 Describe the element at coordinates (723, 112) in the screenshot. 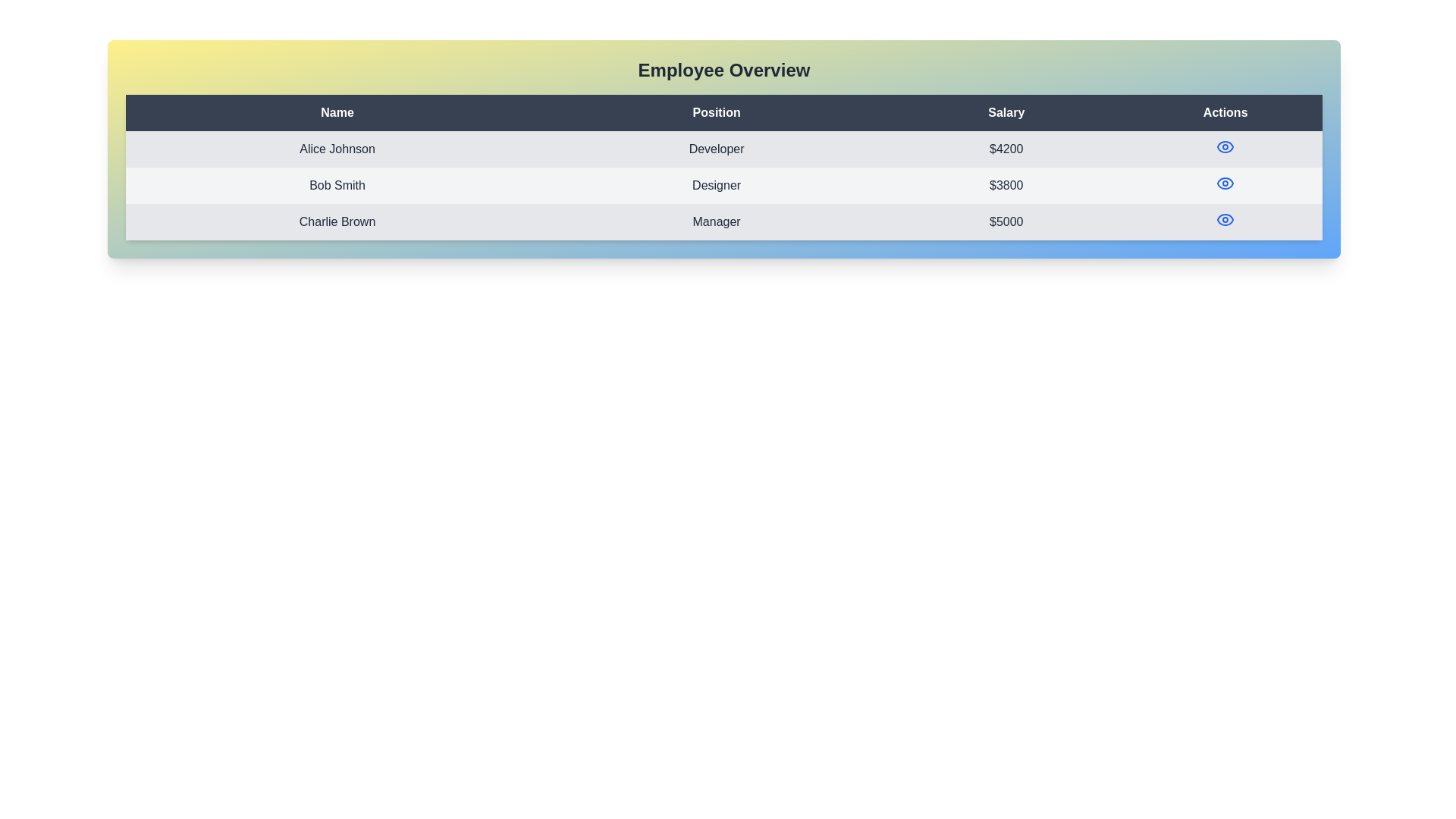

I see `the Table Header Row that labels the columns 'Name', 'Position', 'Salary', and 'Actions'` at that location.